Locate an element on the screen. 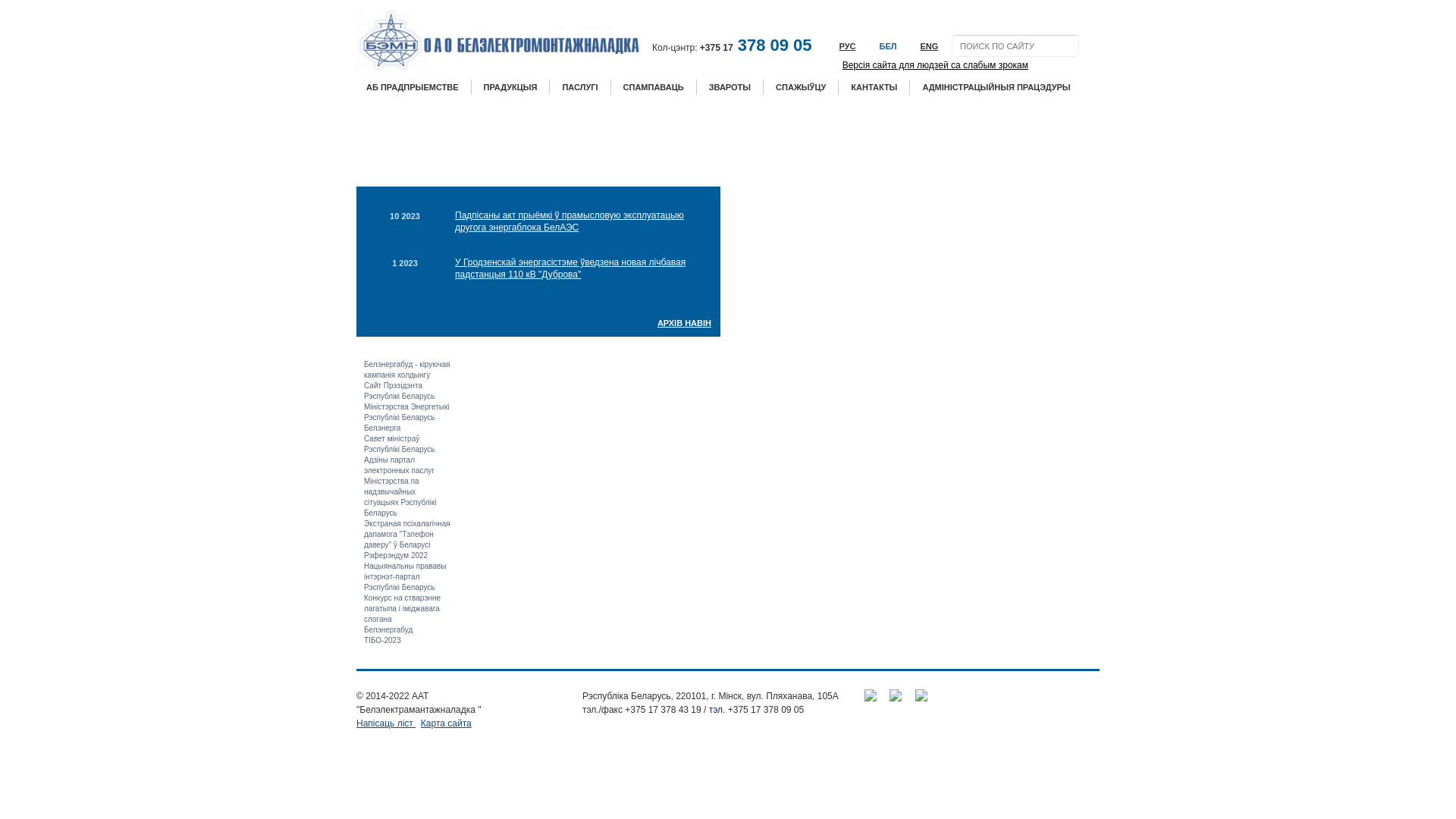 This screenshot has width=1456, height=819. 'ENG' is located at coordinates (921, 45).